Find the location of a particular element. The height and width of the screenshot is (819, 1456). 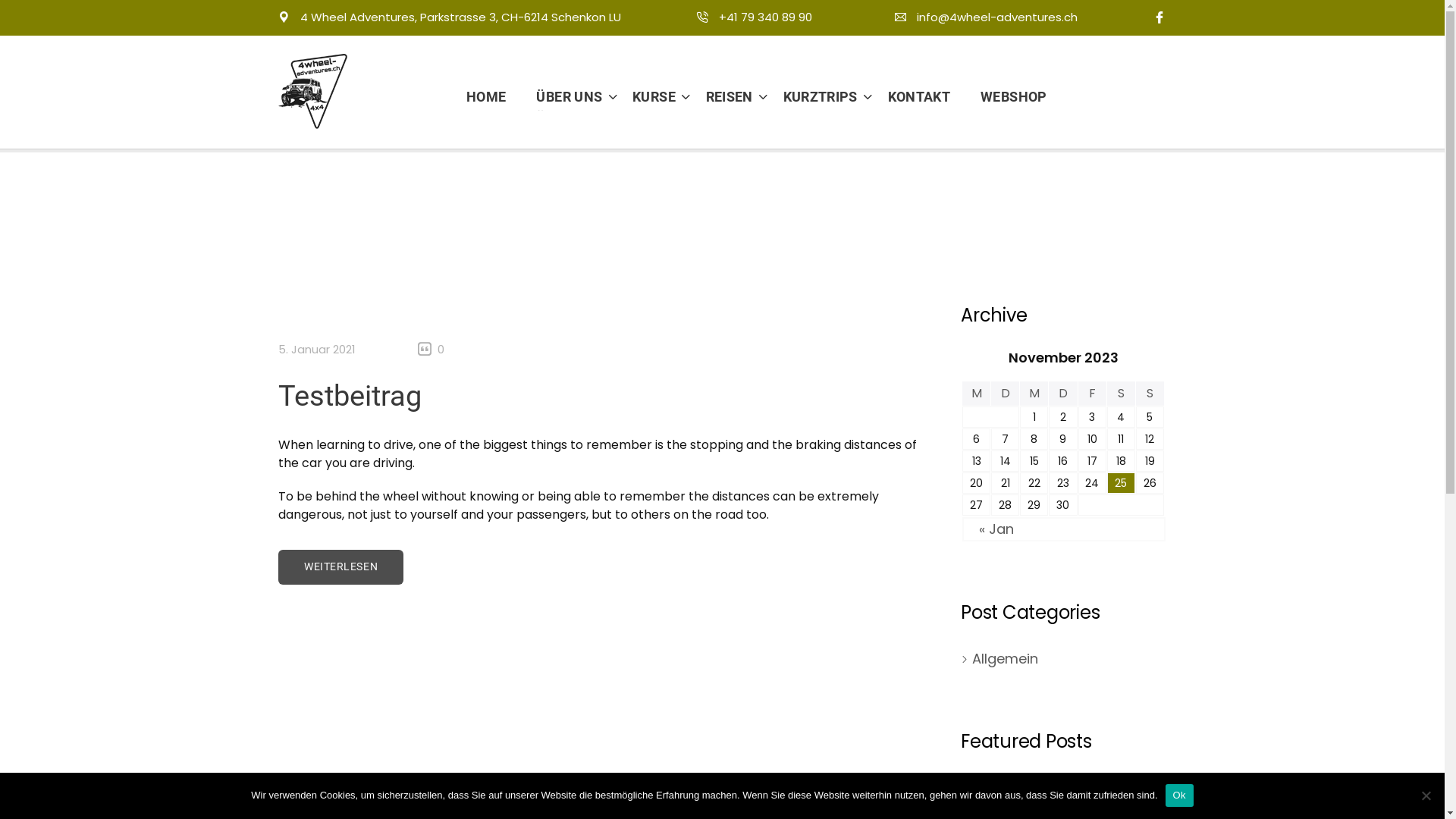

'5. Januar 2021' is located at coordinates (315, 349).